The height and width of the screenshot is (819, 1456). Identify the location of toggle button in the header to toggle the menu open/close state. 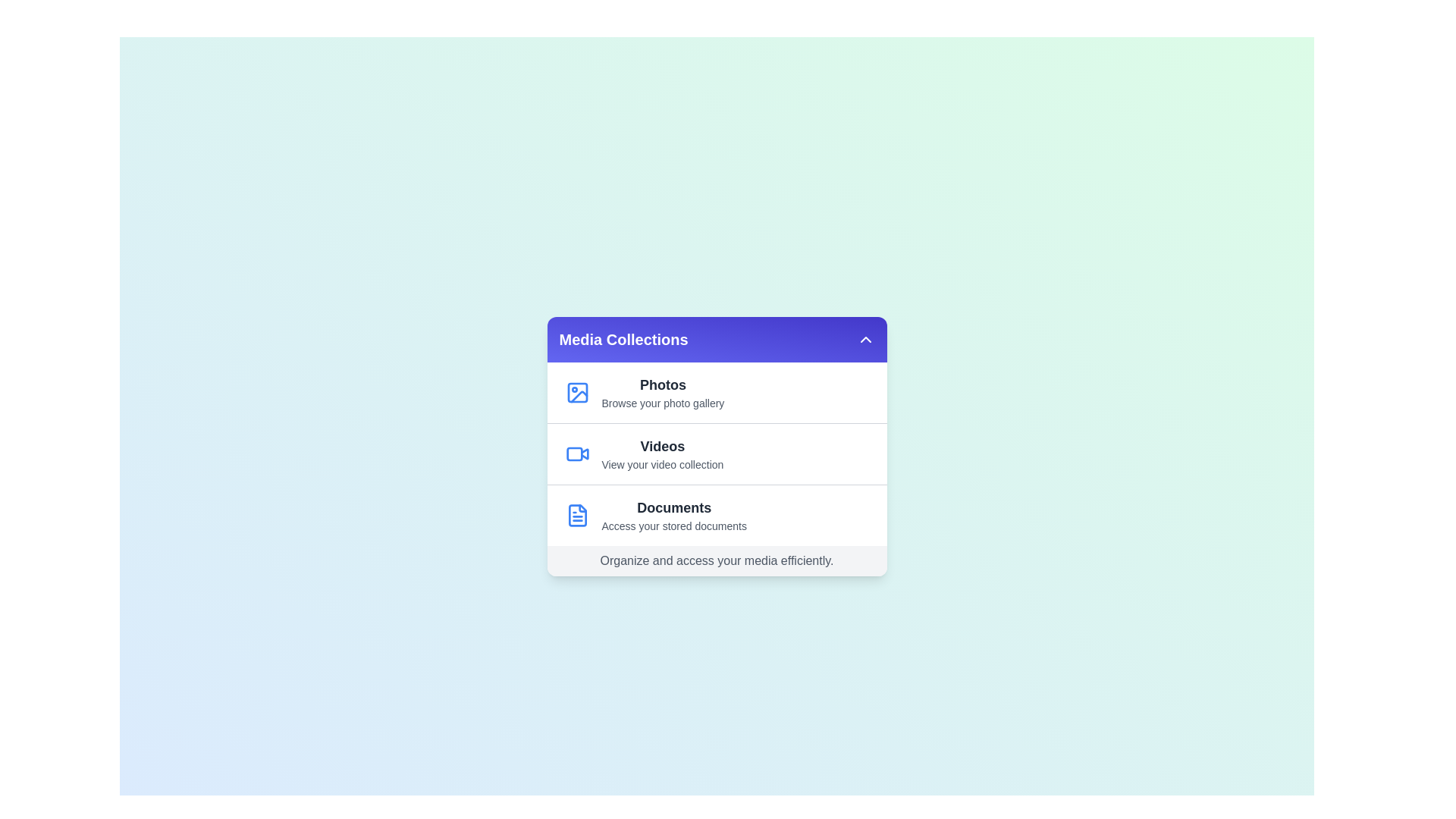
(865, 338).